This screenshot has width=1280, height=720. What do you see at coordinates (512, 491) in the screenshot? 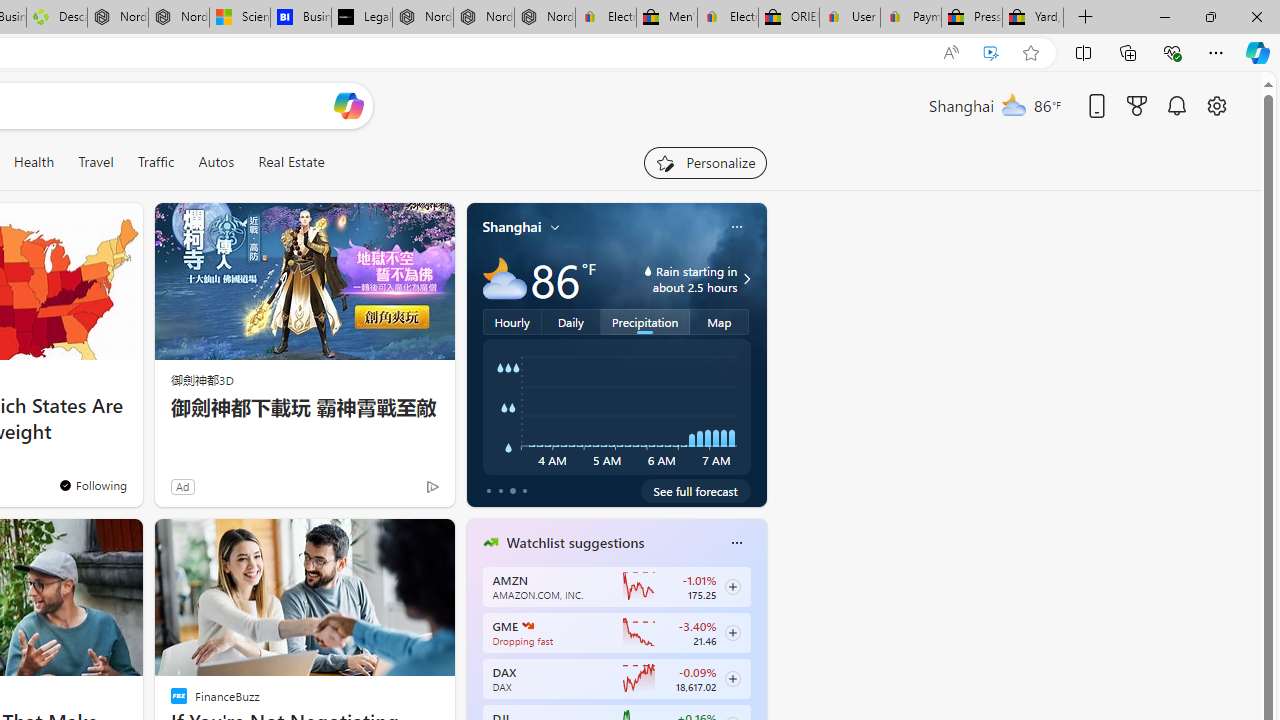
I see `'tab-2'` at bounding box center [512, 491].